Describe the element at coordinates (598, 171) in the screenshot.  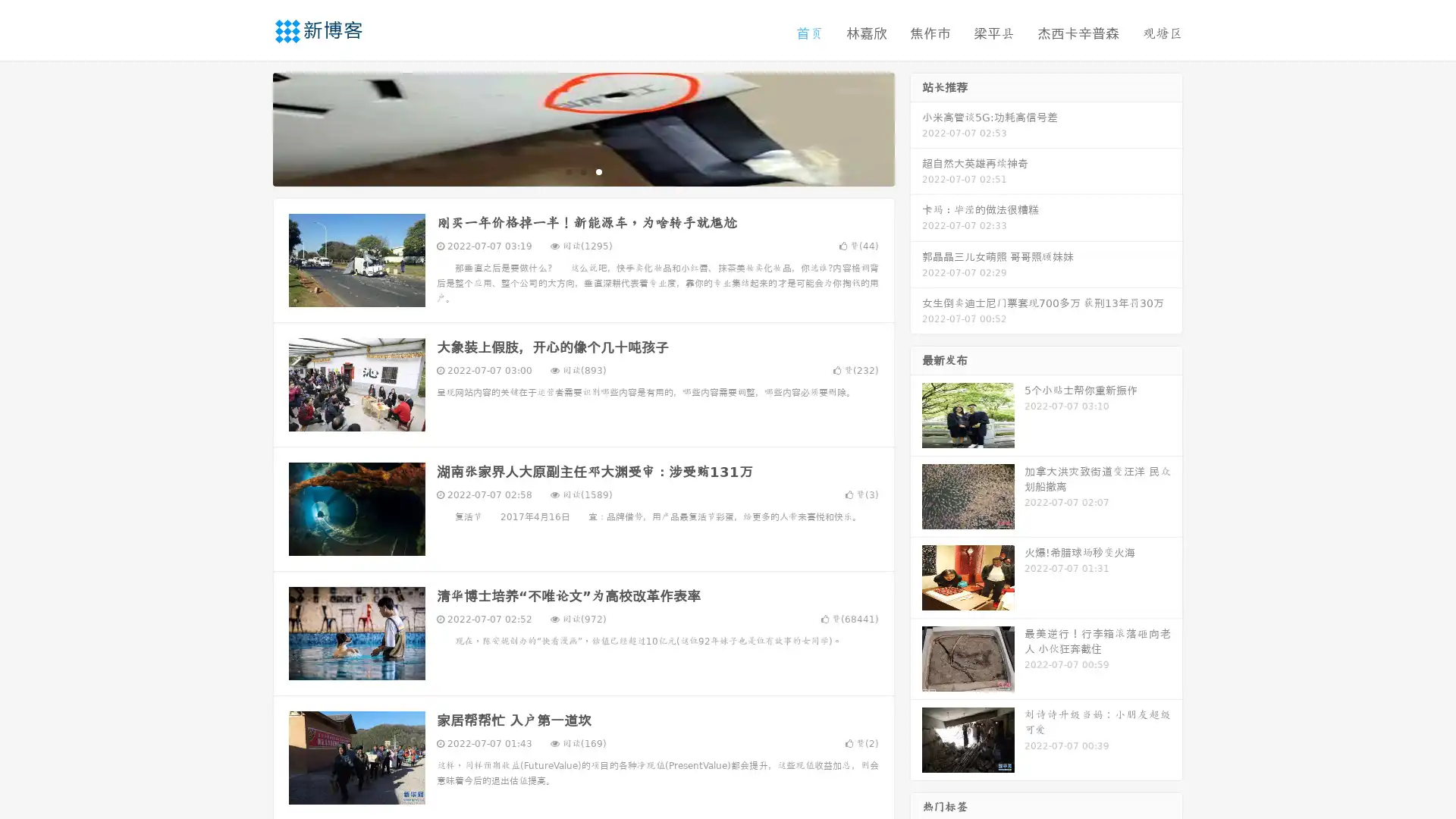
I see `Go to slide 3` at that location.